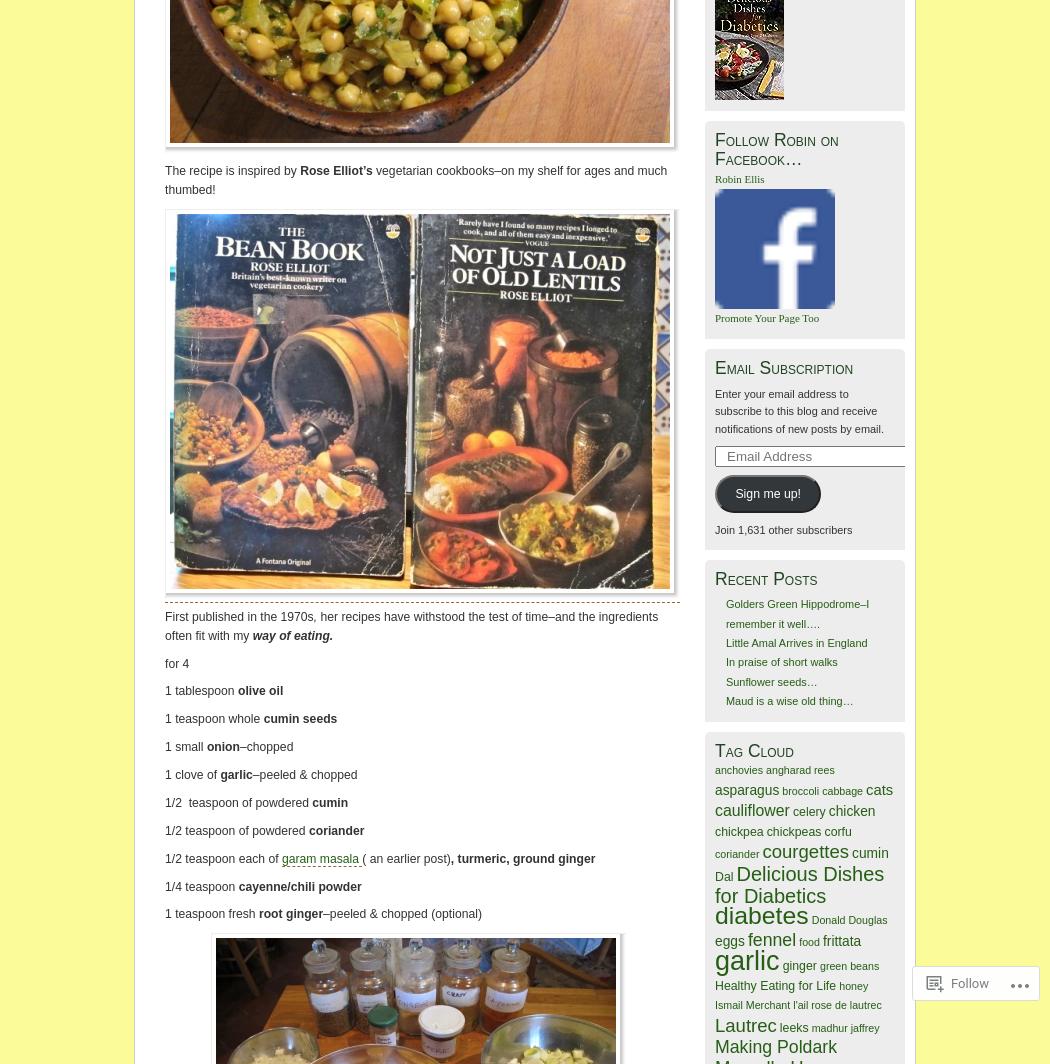 This screenshot has height=1064, width=1050. What do you see at coordinates (714, 1024) in the screenshot?
I see `'Lautrec'` at bounding box center [714, 1024].